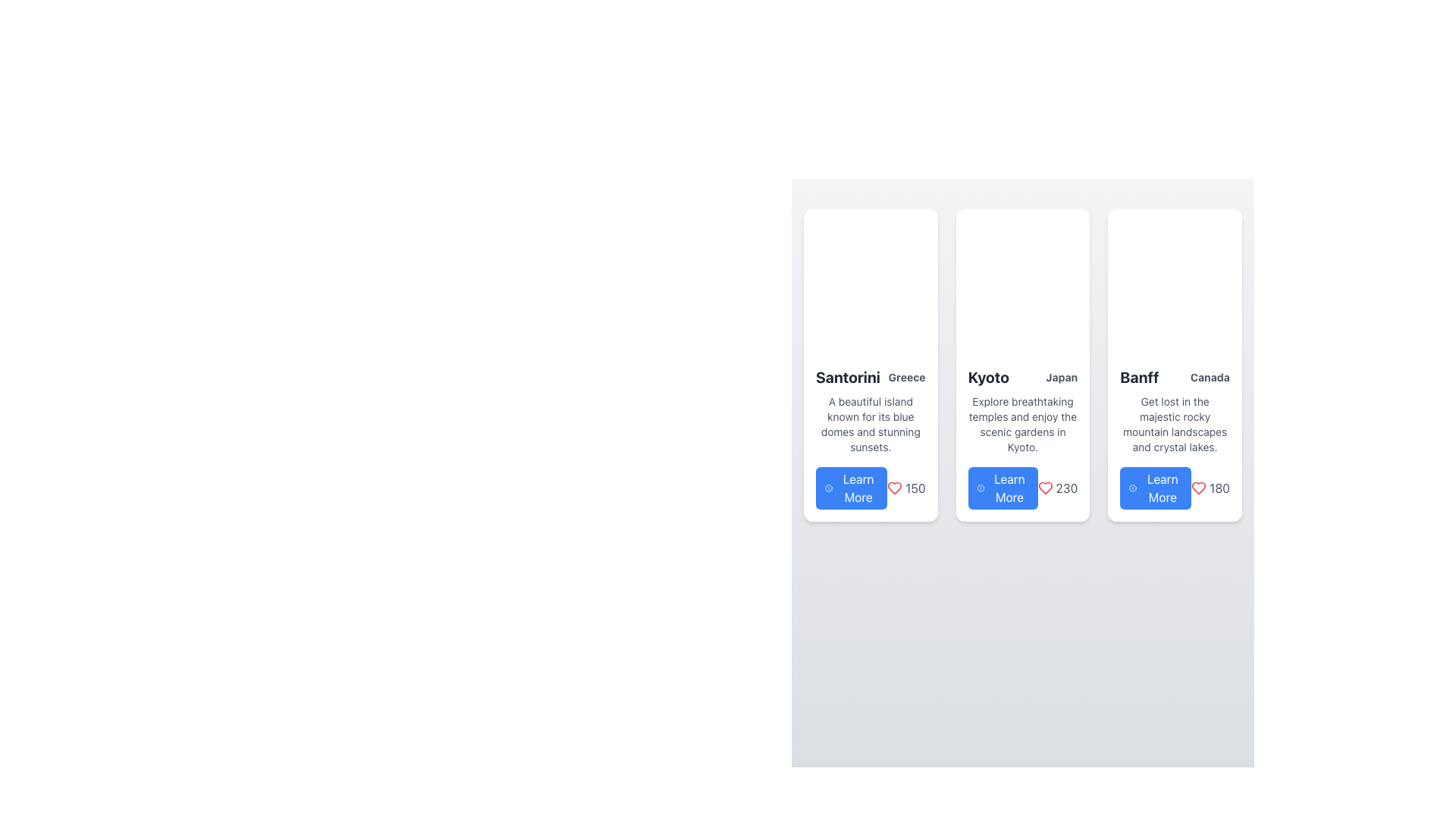 The height and width of the screenshot is (819, 1456). Describe the element at coordinates (1044, 488) in the screenshot. I see `the heart icon styled in red, located to the right of the number '230' in the second card titled 'Kyoto Japan'` at that location.